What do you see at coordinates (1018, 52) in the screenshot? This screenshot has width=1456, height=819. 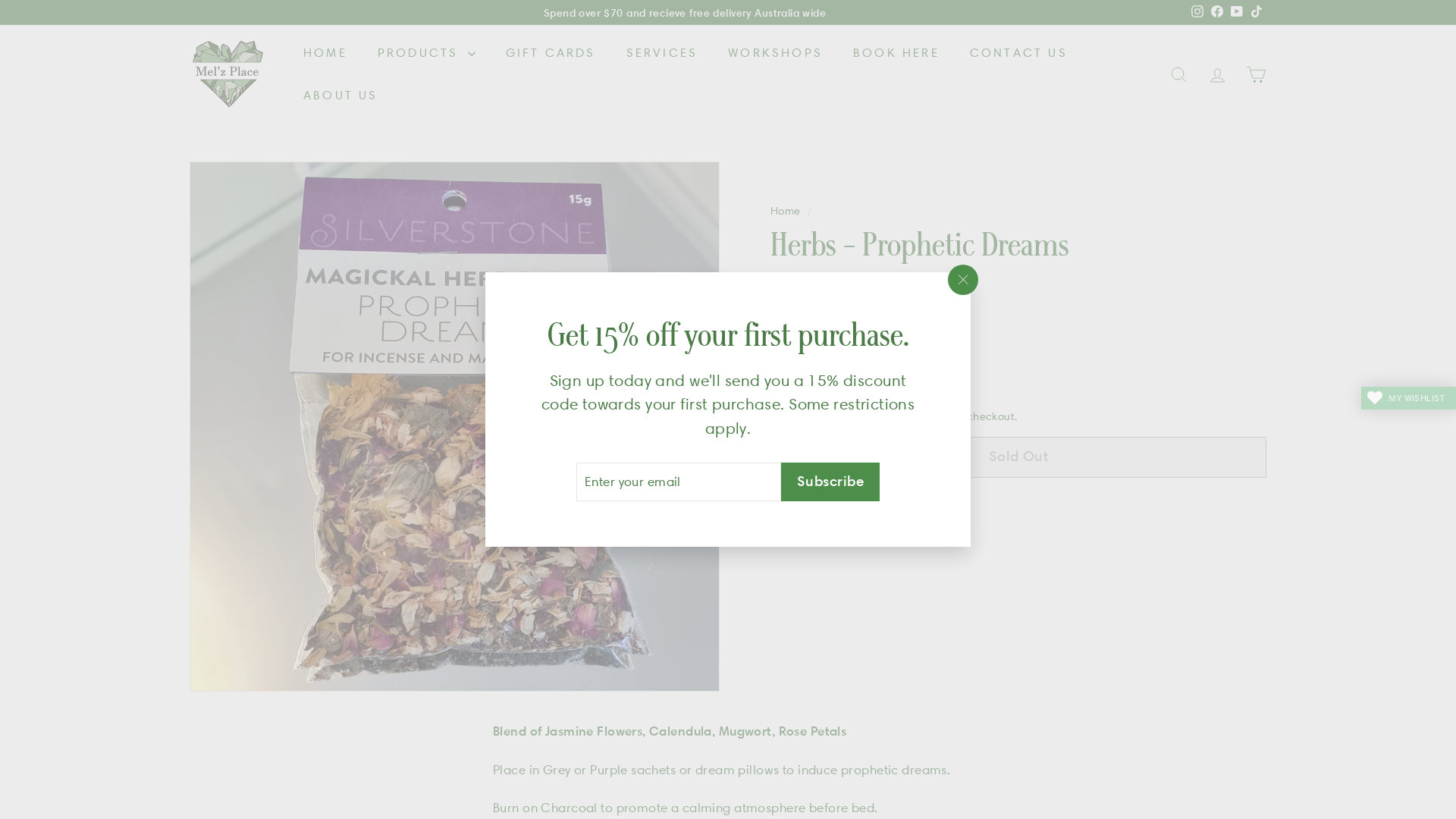 I see `'CONTACT US'` at bounding box center [1018, 52].